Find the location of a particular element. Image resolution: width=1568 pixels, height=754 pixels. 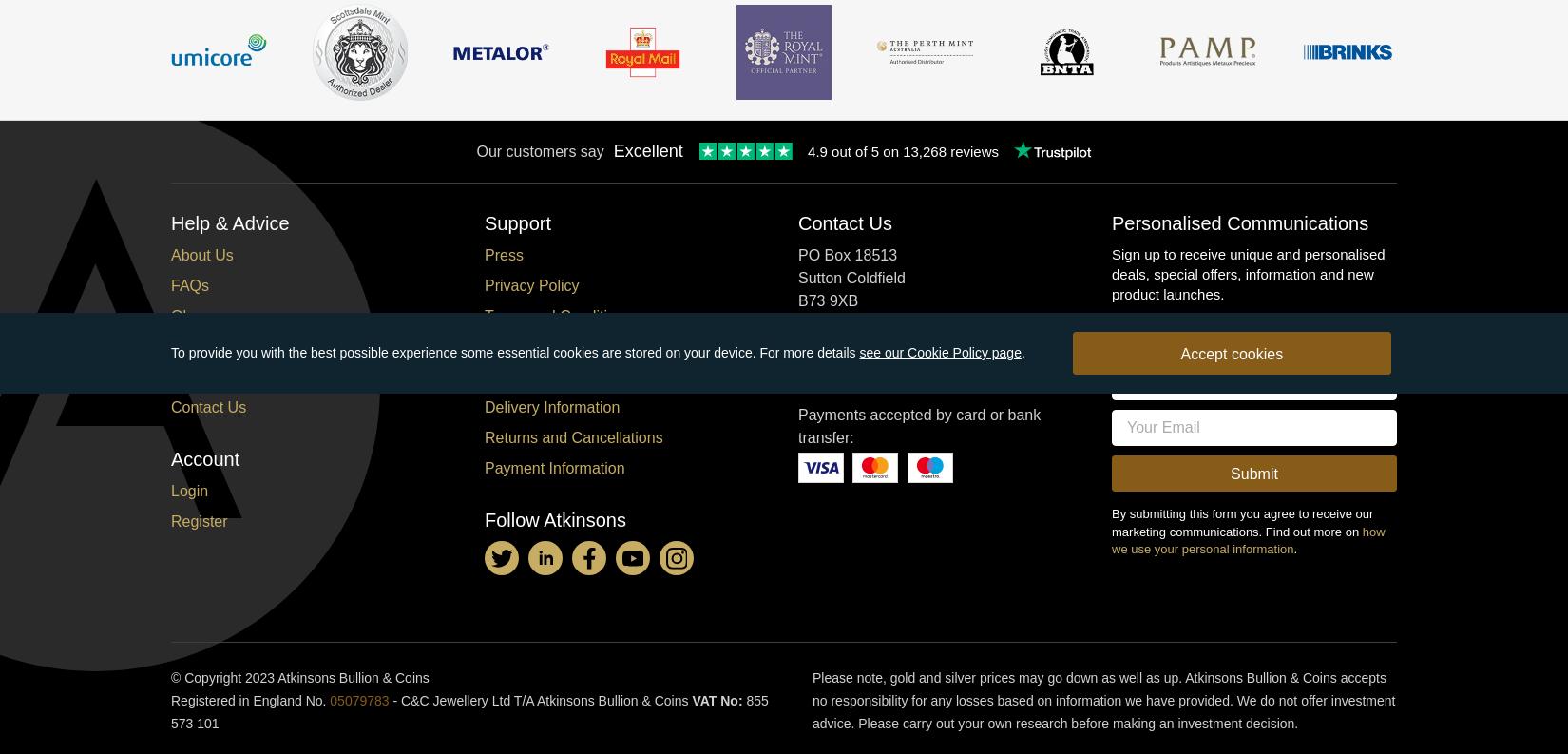

'© Copyright 2023 Atkinsons Bullion & Coins' is located at coordinates (299, 676).